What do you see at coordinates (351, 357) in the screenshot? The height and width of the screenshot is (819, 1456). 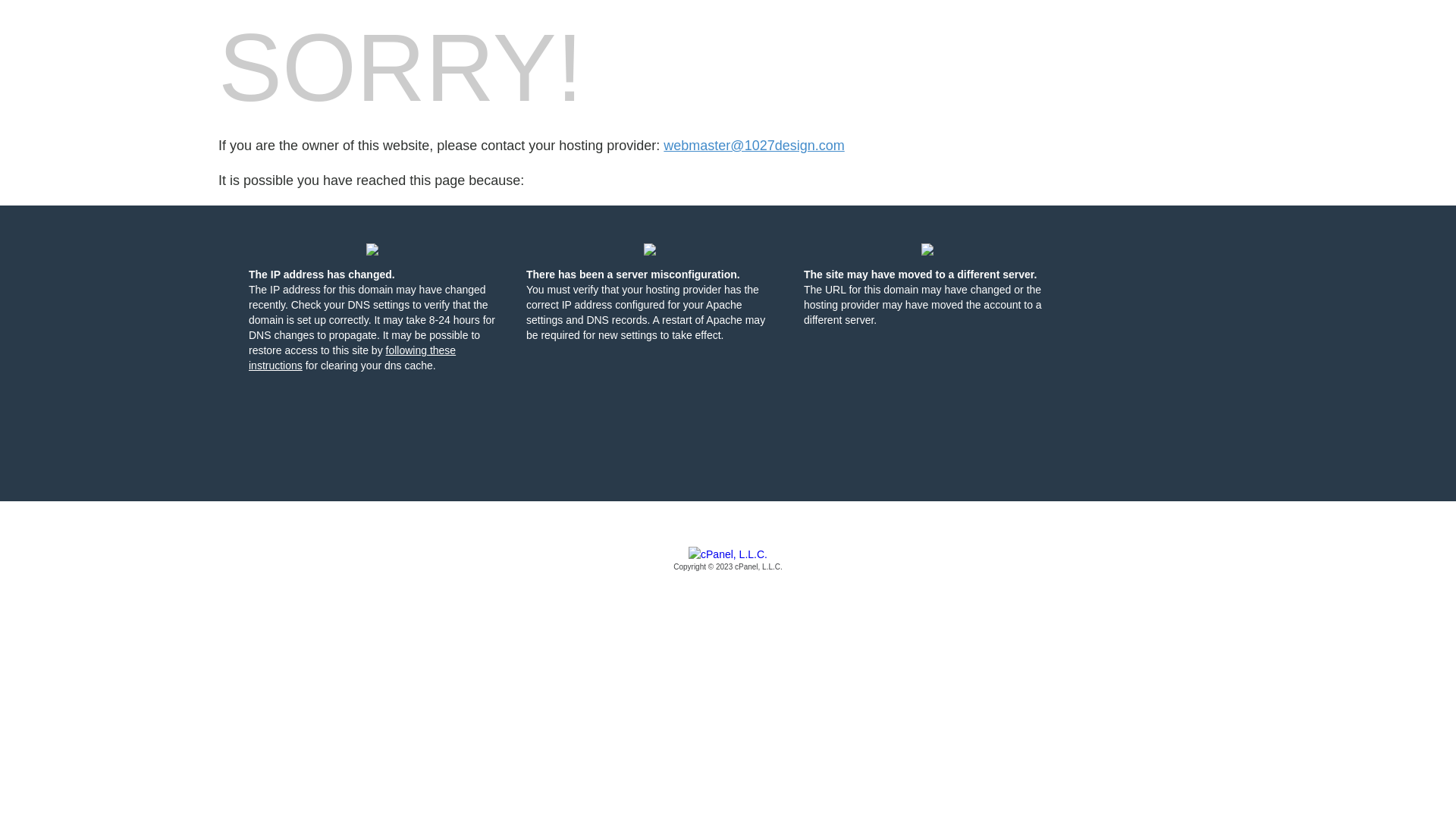 I see `'following these instructions'` at bounding box center [351, 357].